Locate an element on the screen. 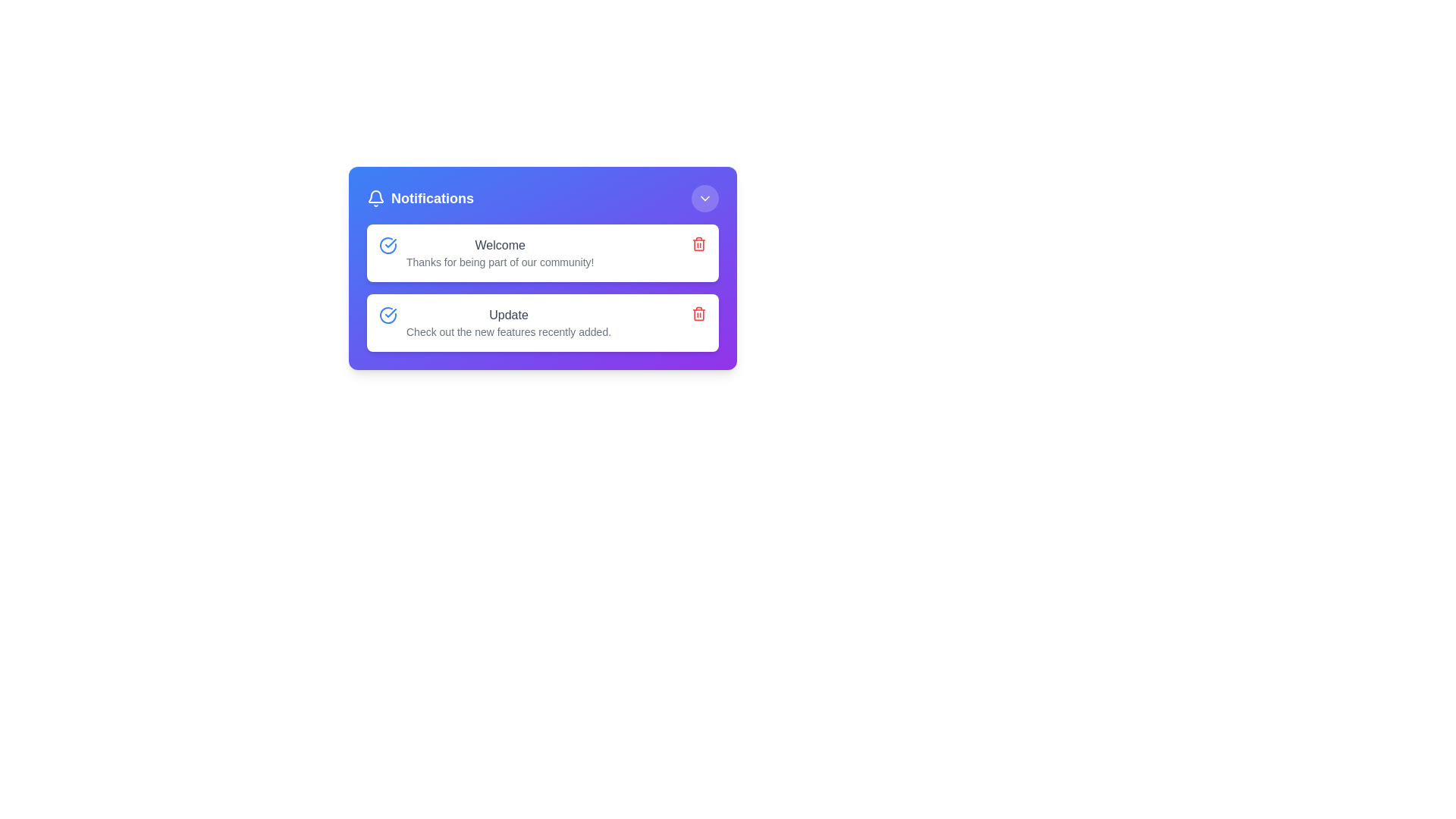  SVG properties of the blue circular indicator located in the first notification box, to the left of the text 'Welcome' and above the description text is located at coordinates (388, 315).